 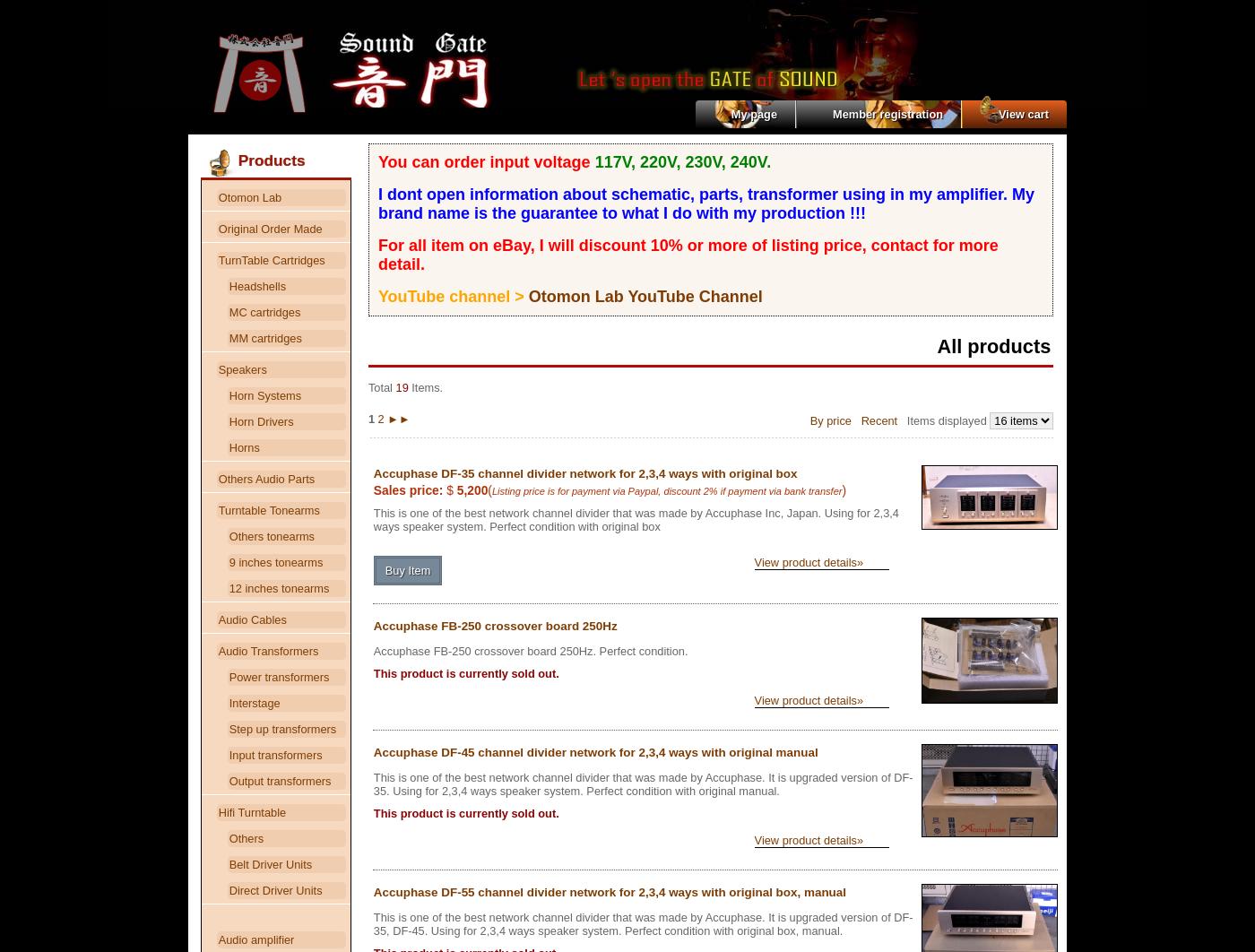 What do you see at coordinates (488, 489) in the screenshot?
I see `'('` at bounding box center [488, 489].